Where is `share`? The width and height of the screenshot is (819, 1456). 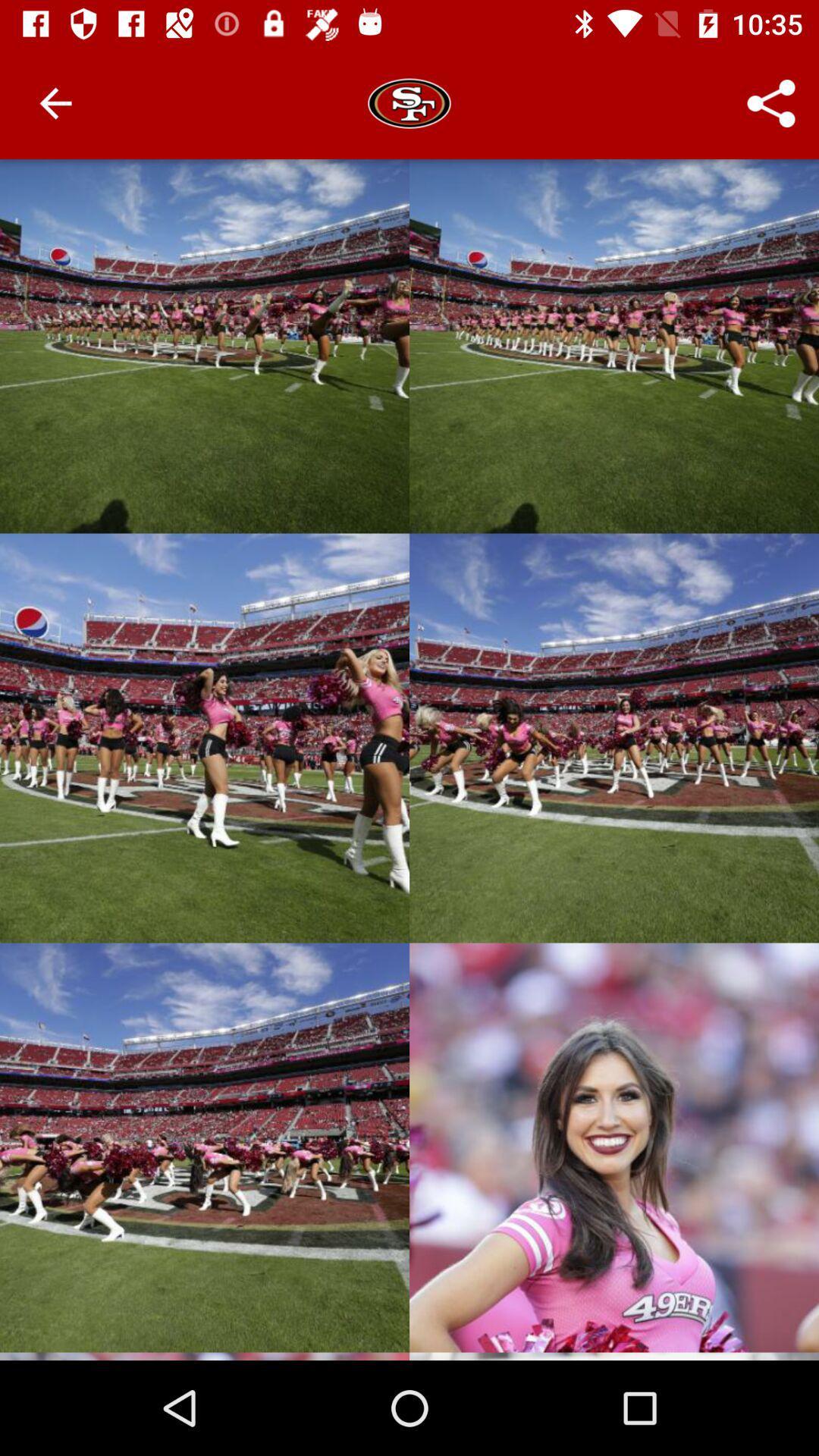
share is located at coordinates (771, 103).